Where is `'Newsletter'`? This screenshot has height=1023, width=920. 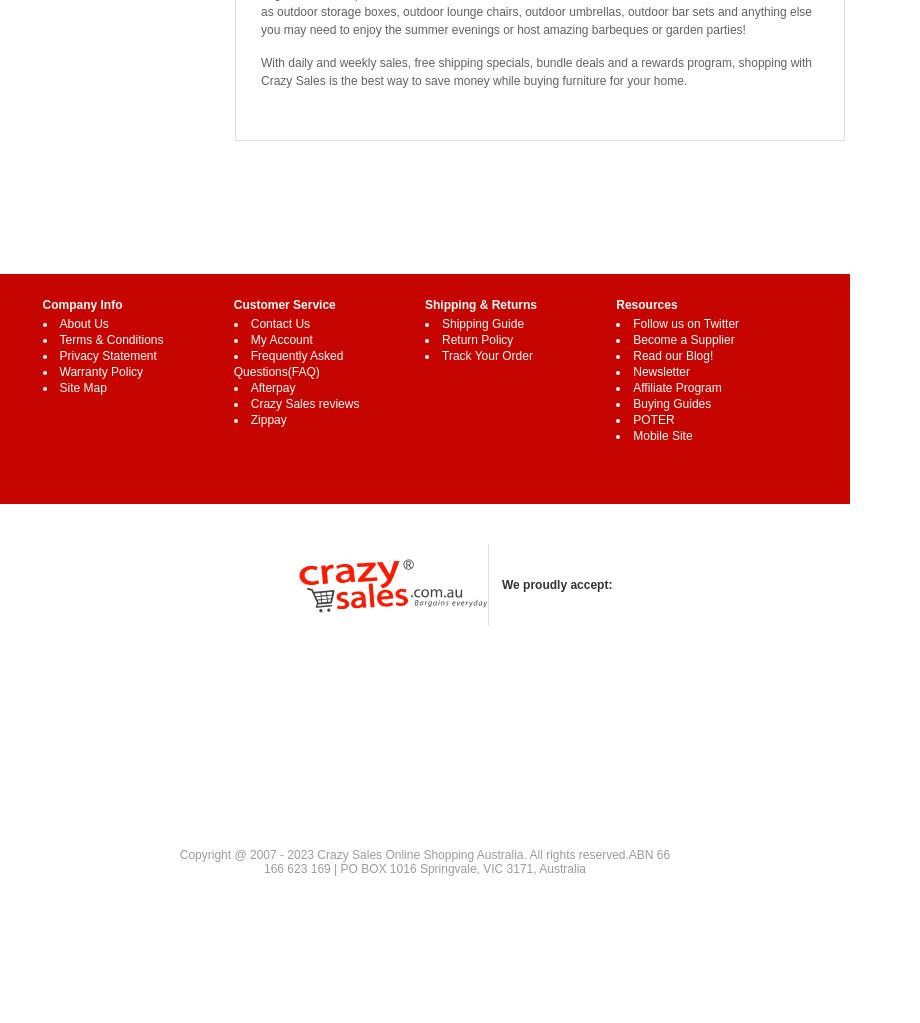
'Newsletter' is located at coordinates (660, 370).